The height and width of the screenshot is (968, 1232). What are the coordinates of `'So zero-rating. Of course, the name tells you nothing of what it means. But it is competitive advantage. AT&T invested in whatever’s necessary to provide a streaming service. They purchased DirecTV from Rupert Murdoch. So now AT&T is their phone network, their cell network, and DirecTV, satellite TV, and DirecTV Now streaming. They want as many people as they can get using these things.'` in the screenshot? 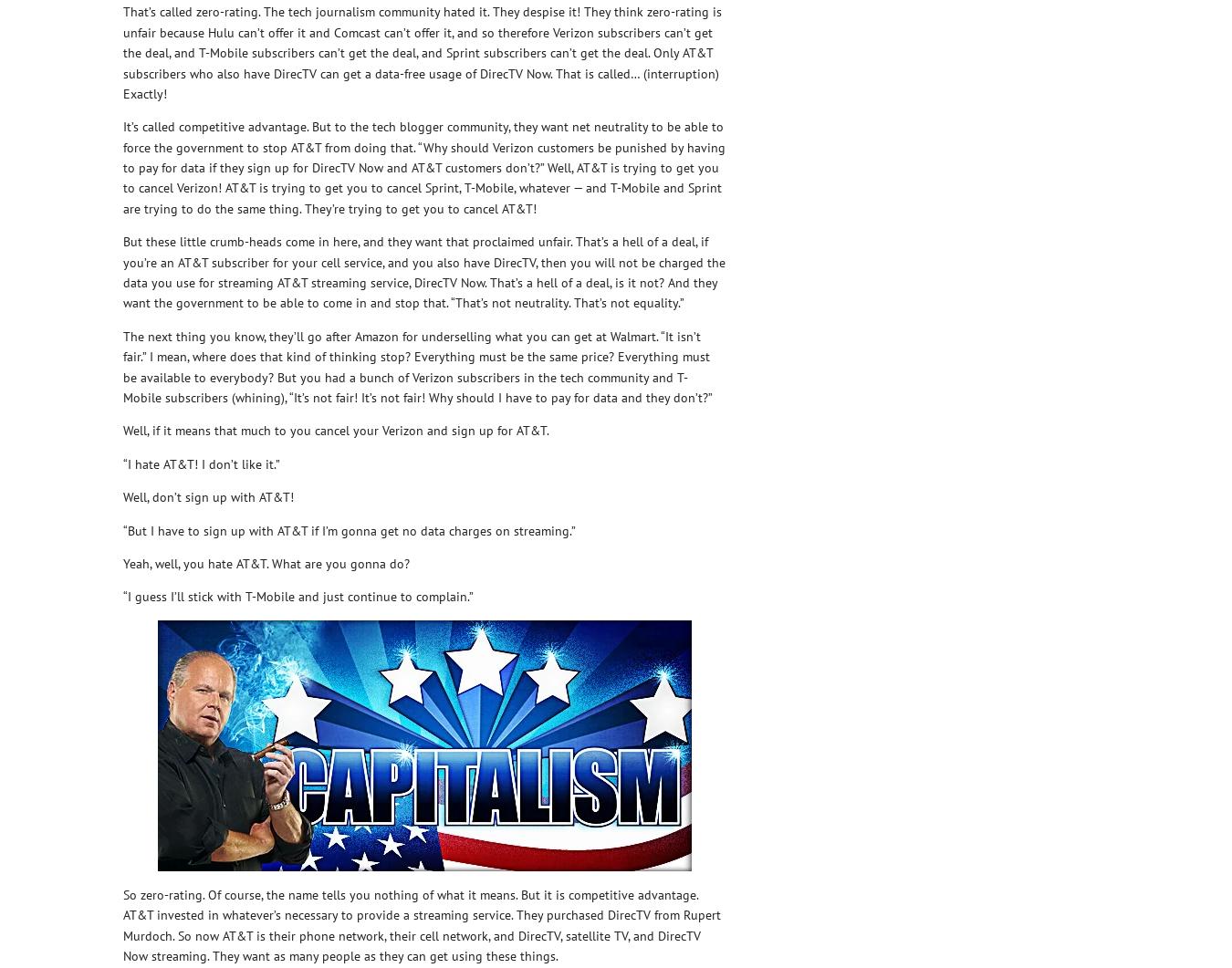 It's located at (421, 923).